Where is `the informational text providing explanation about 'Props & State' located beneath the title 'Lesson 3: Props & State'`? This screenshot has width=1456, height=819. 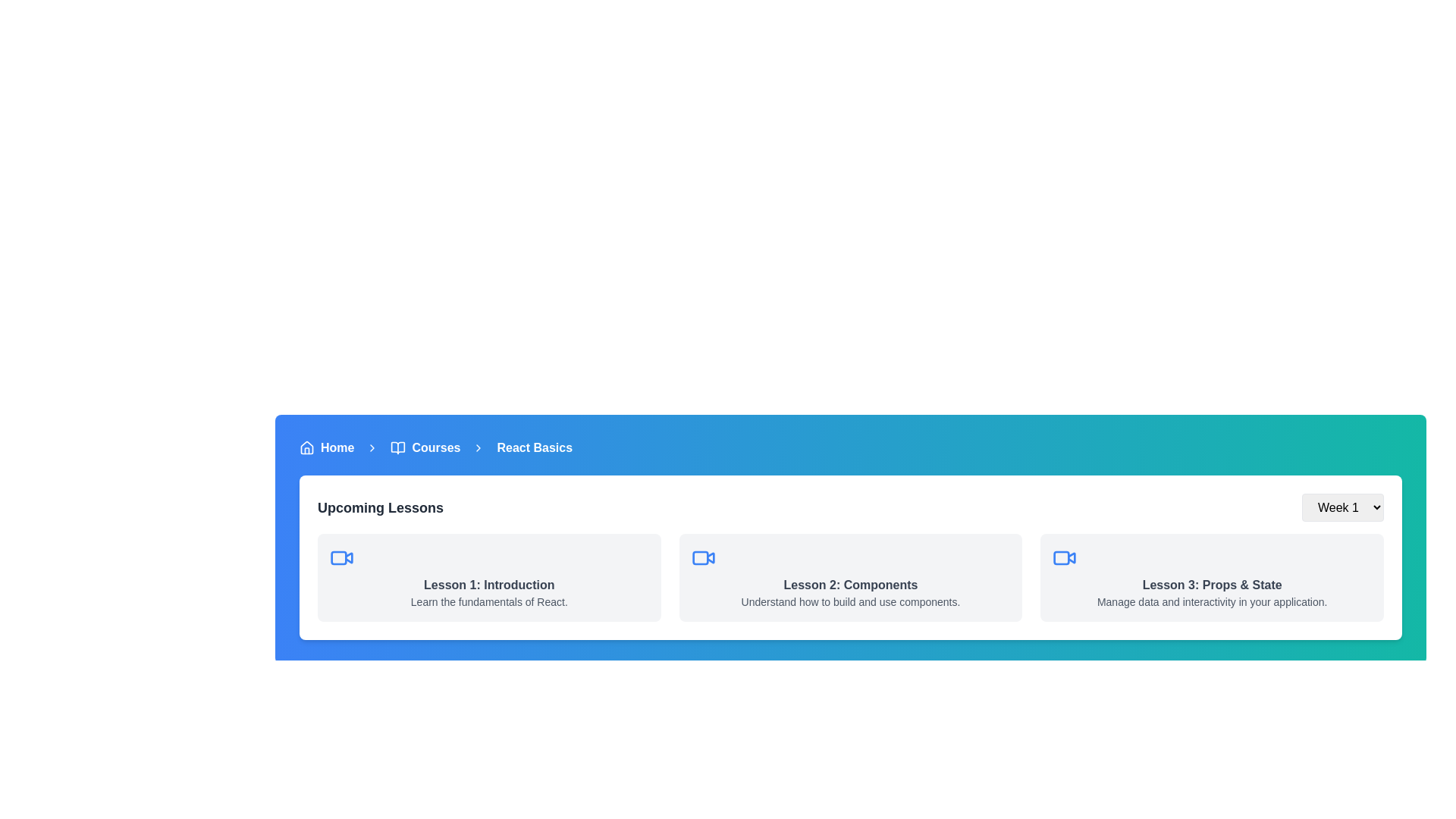 the informational text providing explanation about 'Props & State' located beneath the title 'Lesson 3: Props & State' is located at coordinates (1211, 601).